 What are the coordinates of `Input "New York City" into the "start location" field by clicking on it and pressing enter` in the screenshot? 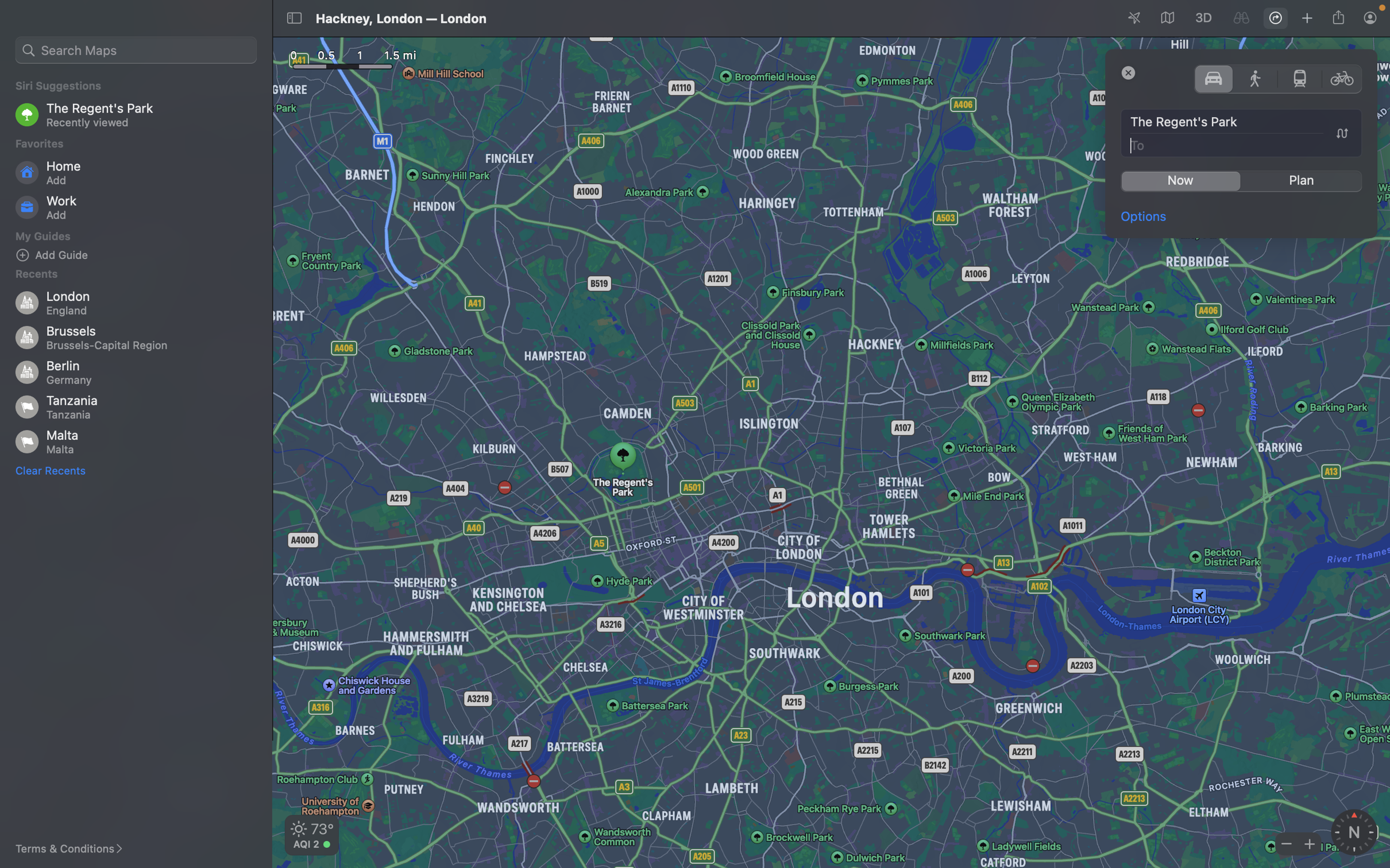 It's located at (1242, 122).